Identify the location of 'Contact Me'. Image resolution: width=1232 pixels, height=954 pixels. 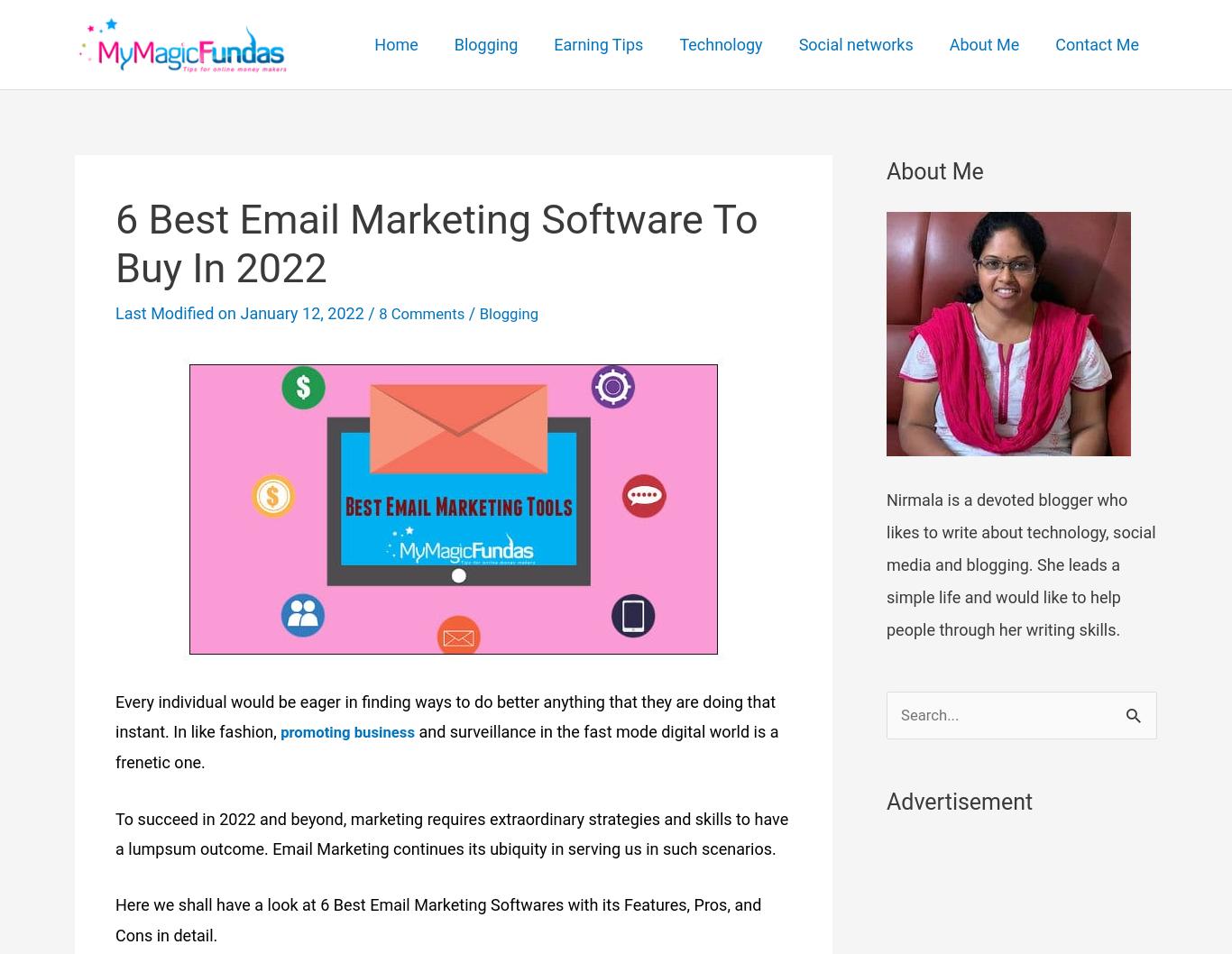
(1099, 43).